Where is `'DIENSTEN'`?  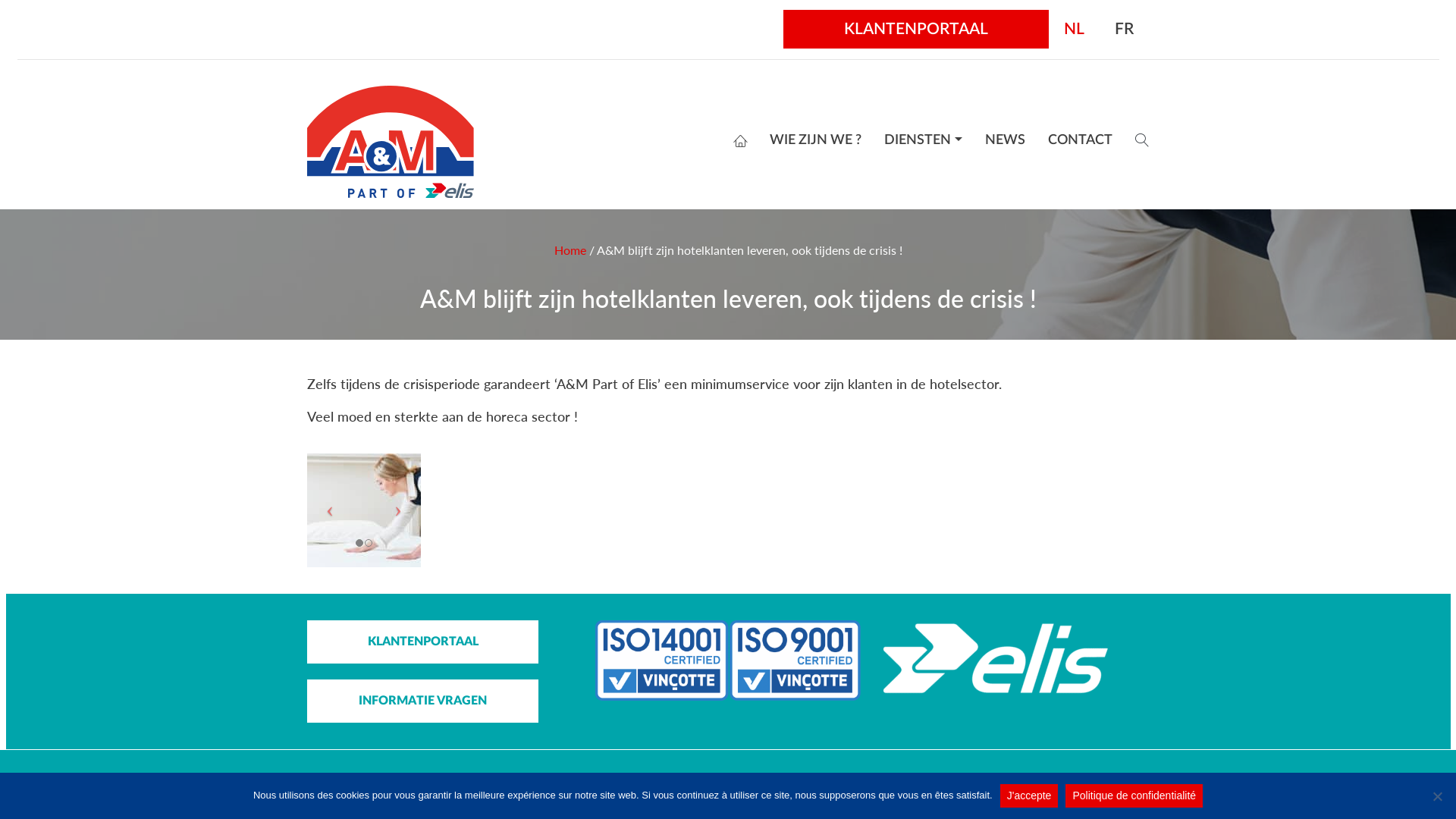
'DIENSTEN' is located at coordinates (922, 140).